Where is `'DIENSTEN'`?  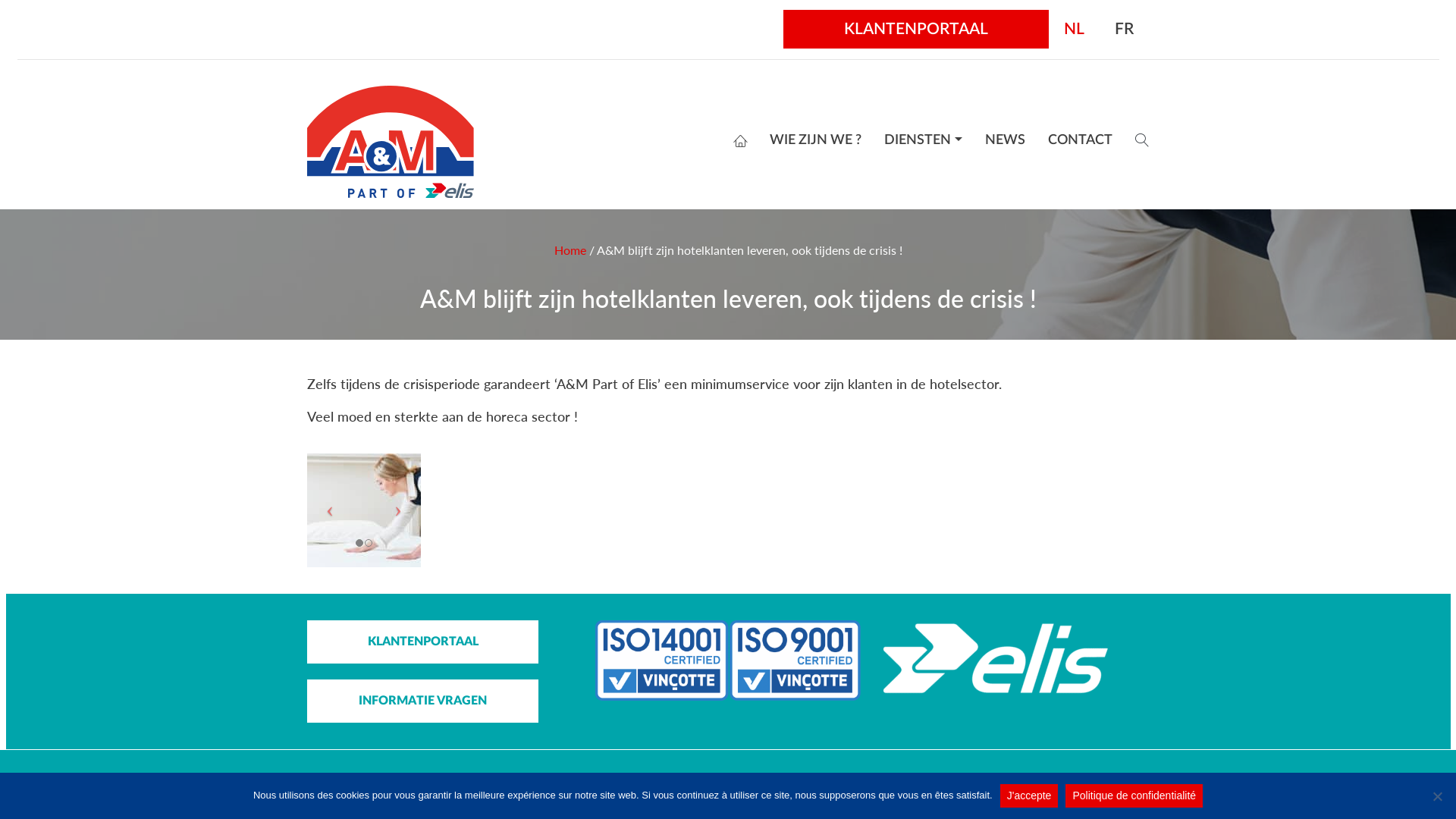
'DIENSTEN' is located at coordinates (922, 140).